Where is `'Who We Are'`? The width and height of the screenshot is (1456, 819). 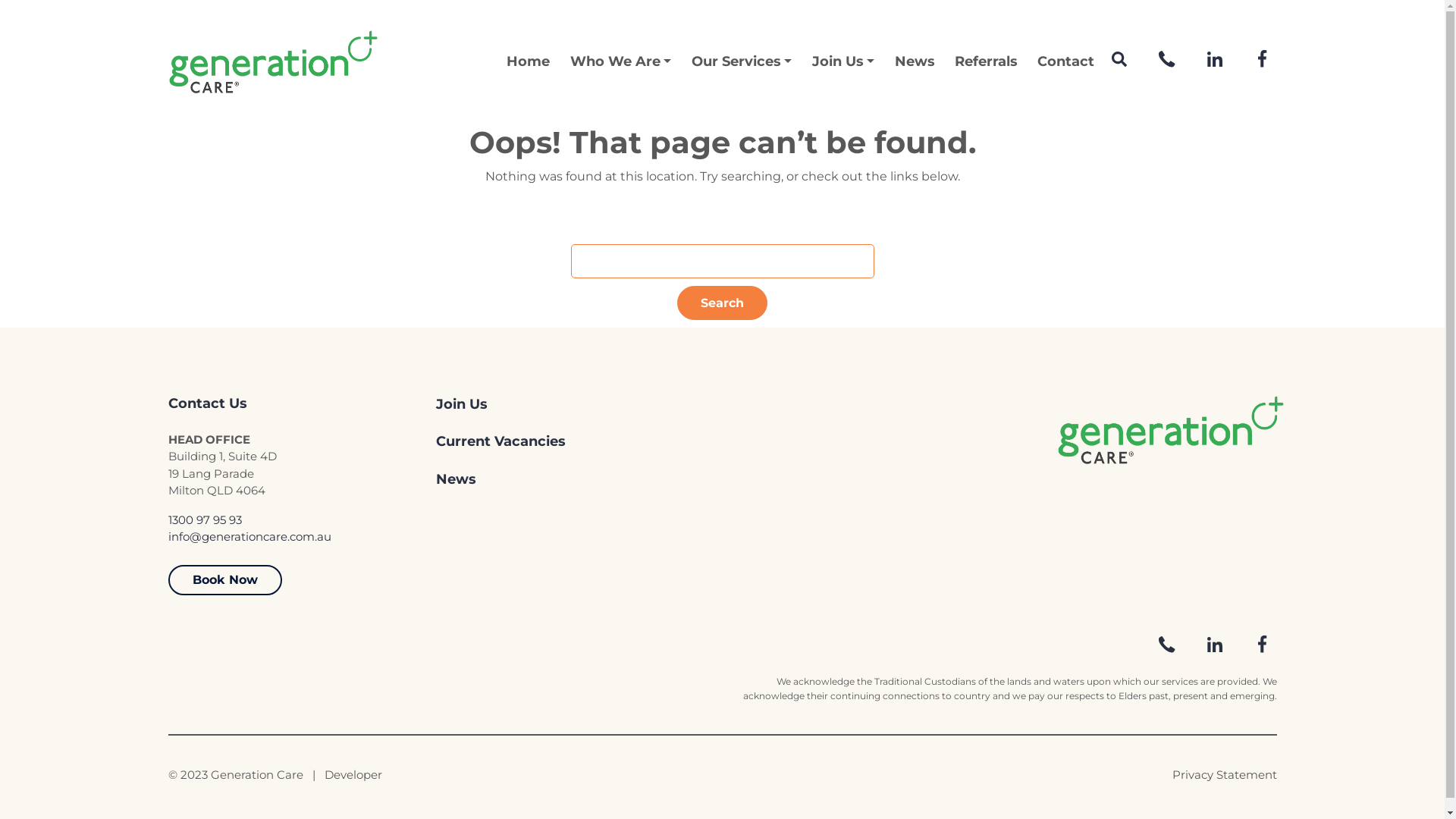
'Who We Are' is located at coordinates (621, 61).